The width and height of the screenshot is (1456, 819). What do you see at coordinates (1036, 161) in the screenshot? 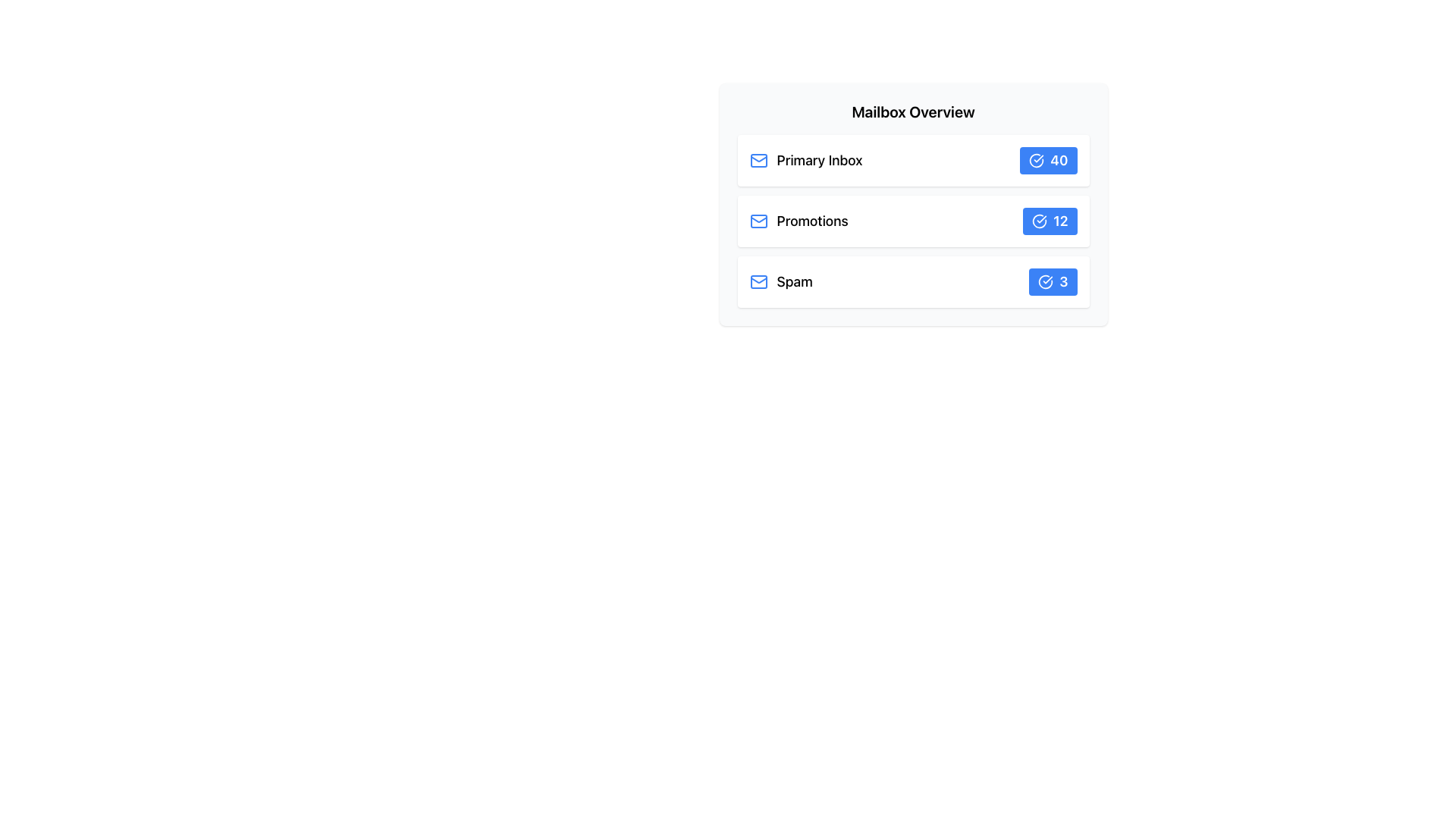
I see `the circular icon component located within the topmost blue box of the 'Primary Inbox' section in the 'Mailbox Overview' interface` at bounding box center [1036, 161].